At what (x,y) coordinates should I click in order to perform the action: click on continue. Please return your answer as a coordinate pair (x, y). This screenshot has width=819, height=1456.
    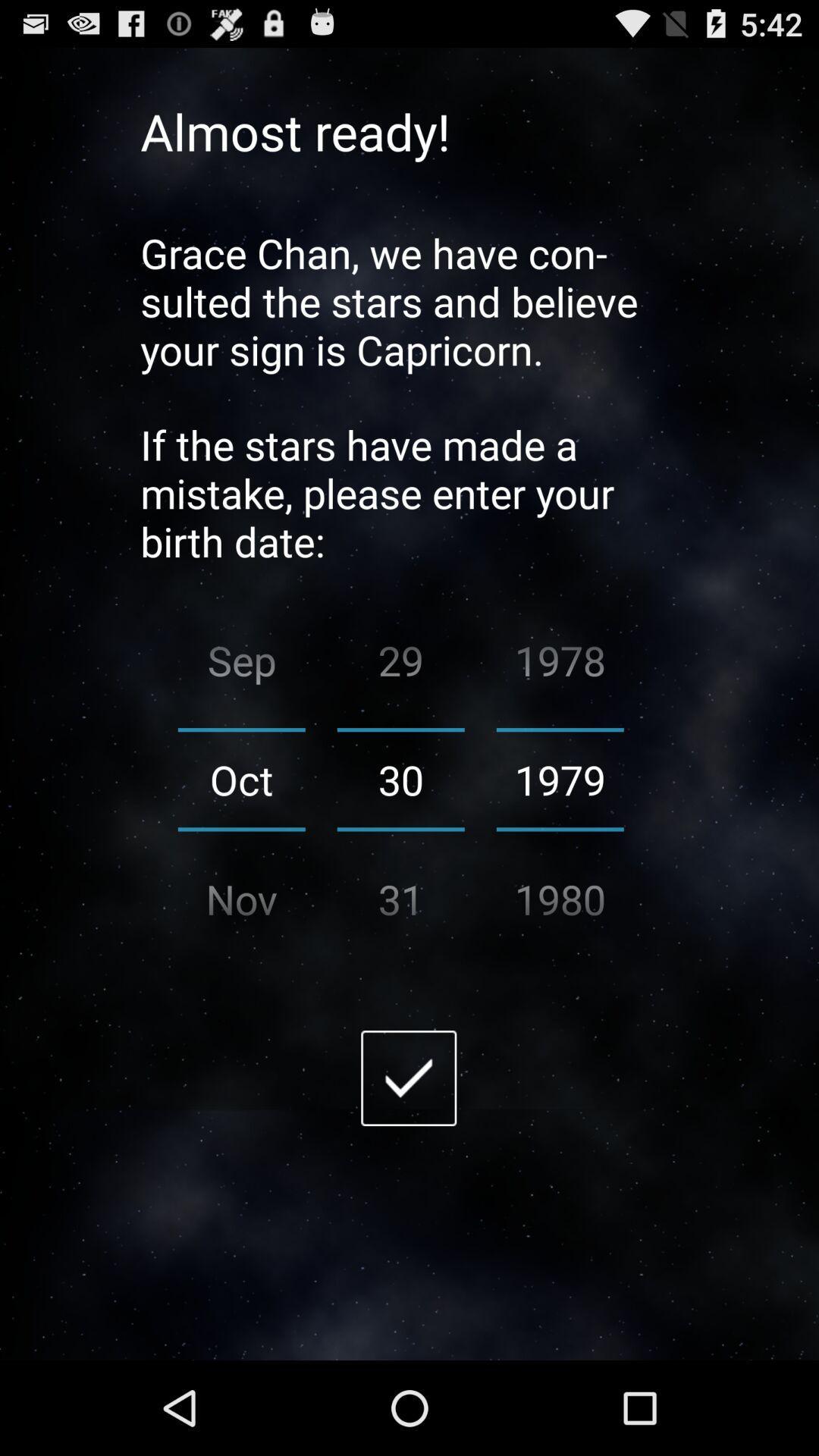
    Looking at the image, I should click on (408, 1077).